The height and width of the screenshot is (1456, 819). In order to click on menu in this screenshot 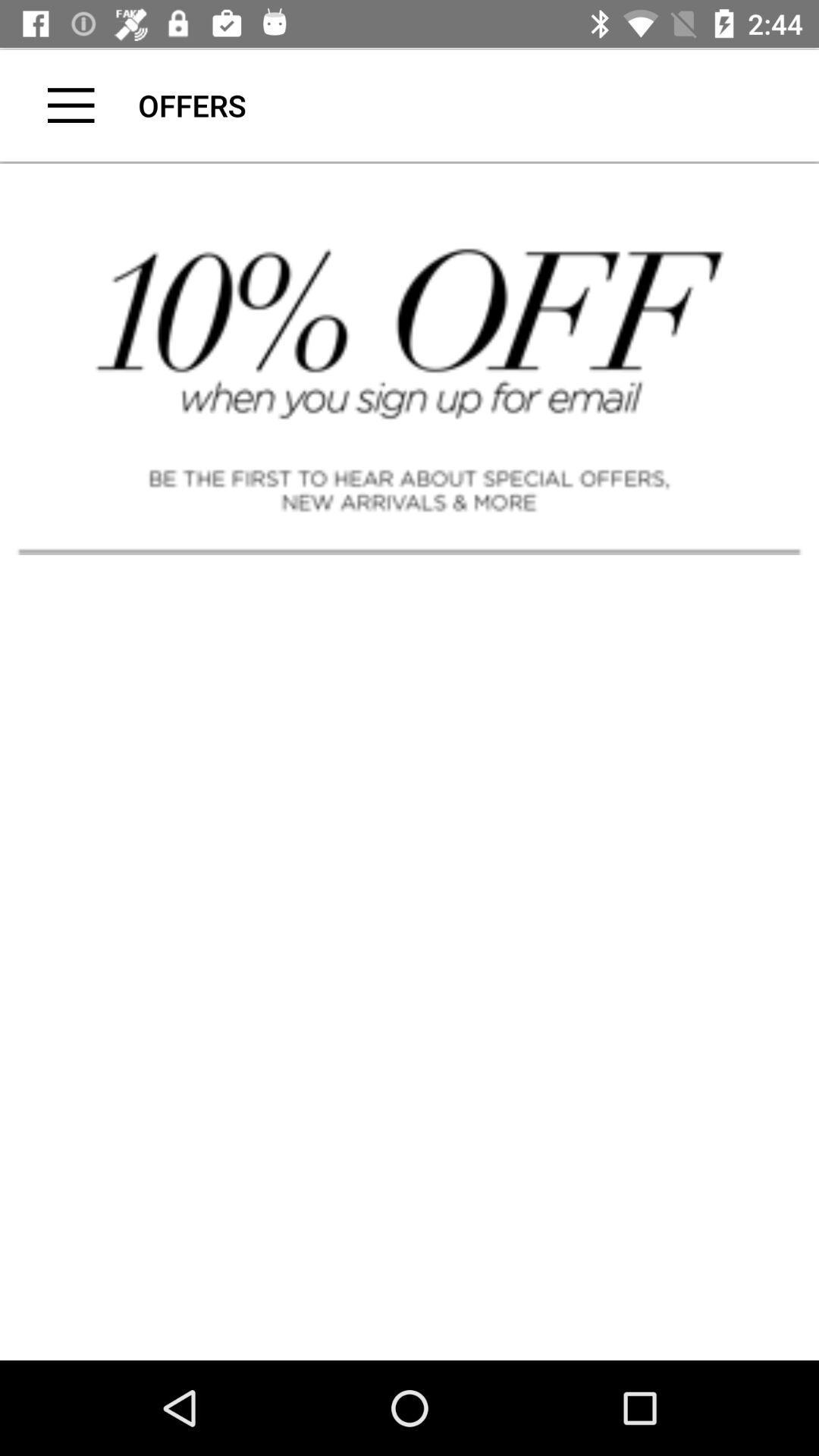, I will do `click(71, 105)`.